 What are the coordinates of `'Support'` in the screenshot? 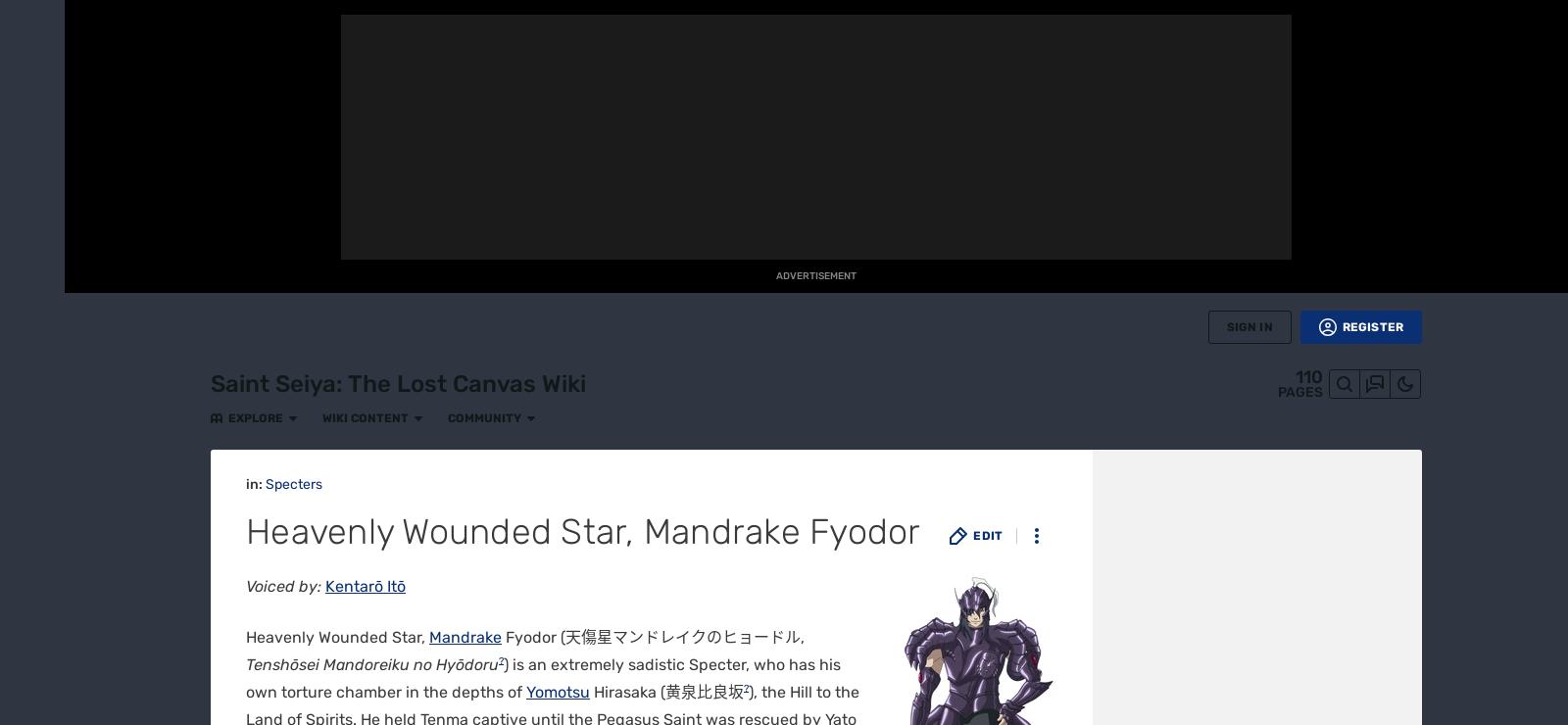 It's located at (825, 710).